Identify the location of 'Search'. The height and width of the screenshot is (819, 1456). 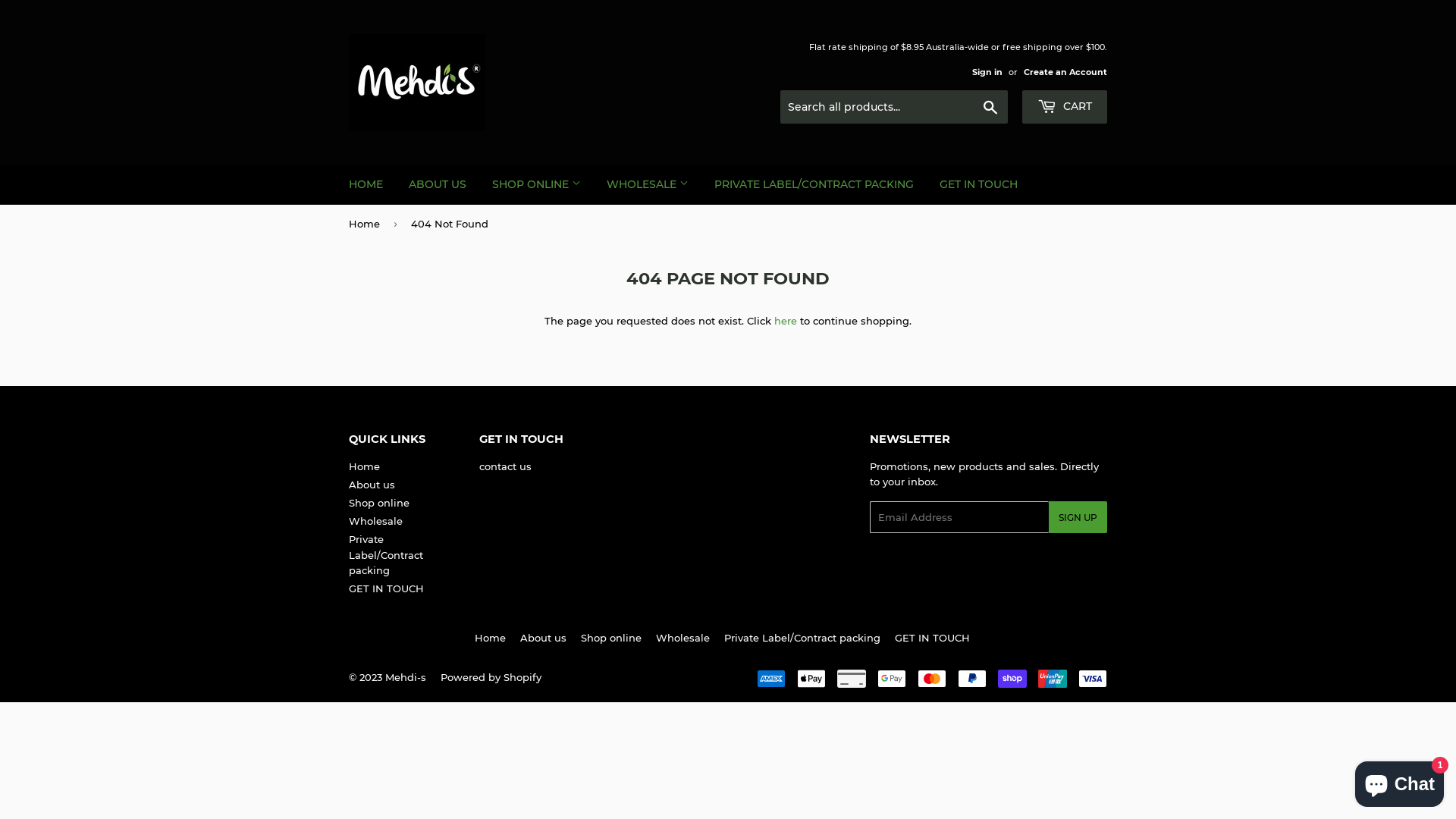
(990, 107).